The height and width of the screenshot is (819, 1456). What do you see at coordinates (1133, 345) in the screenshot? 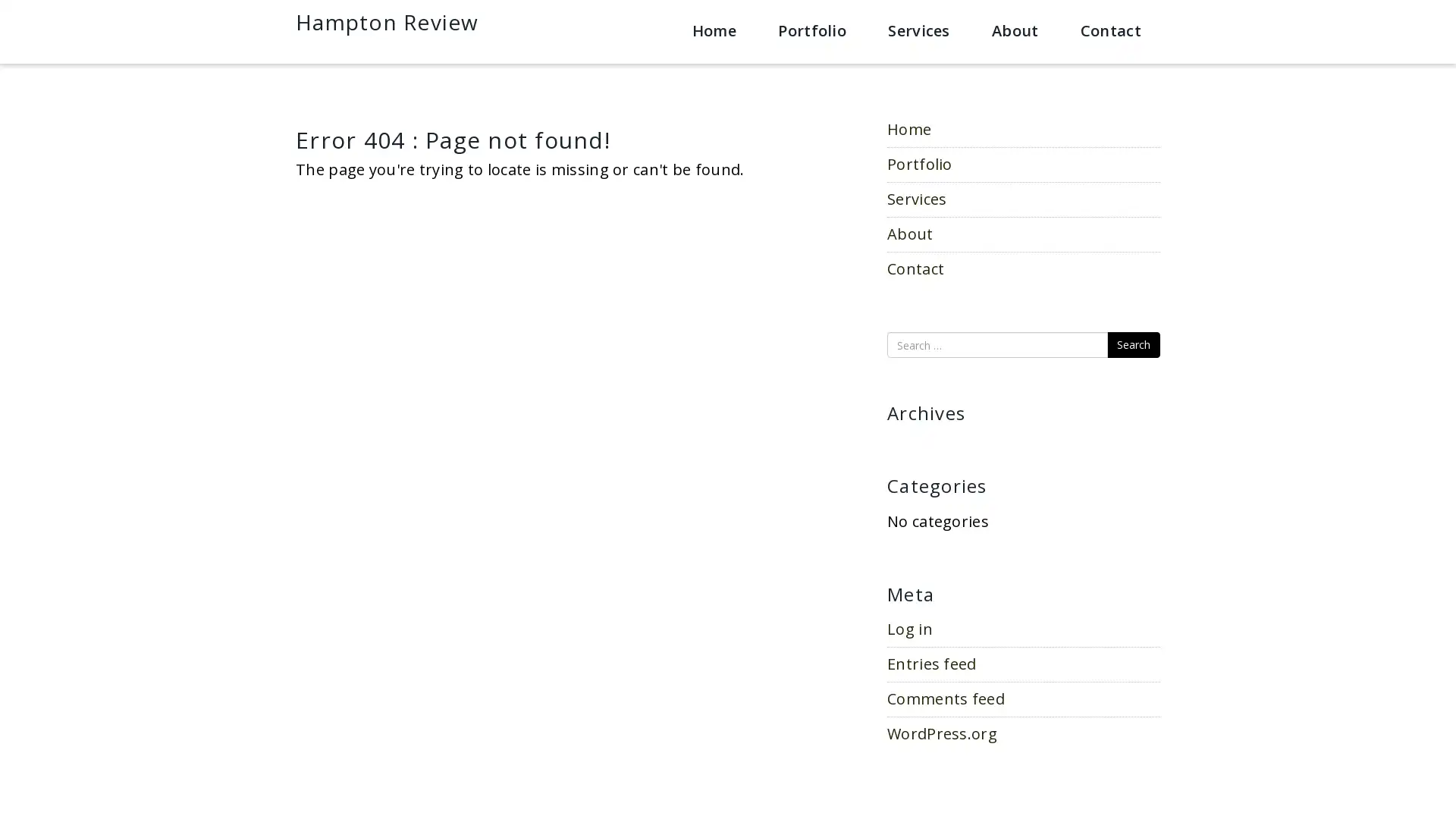
I see `Search` at bounding box center [1133, 345].